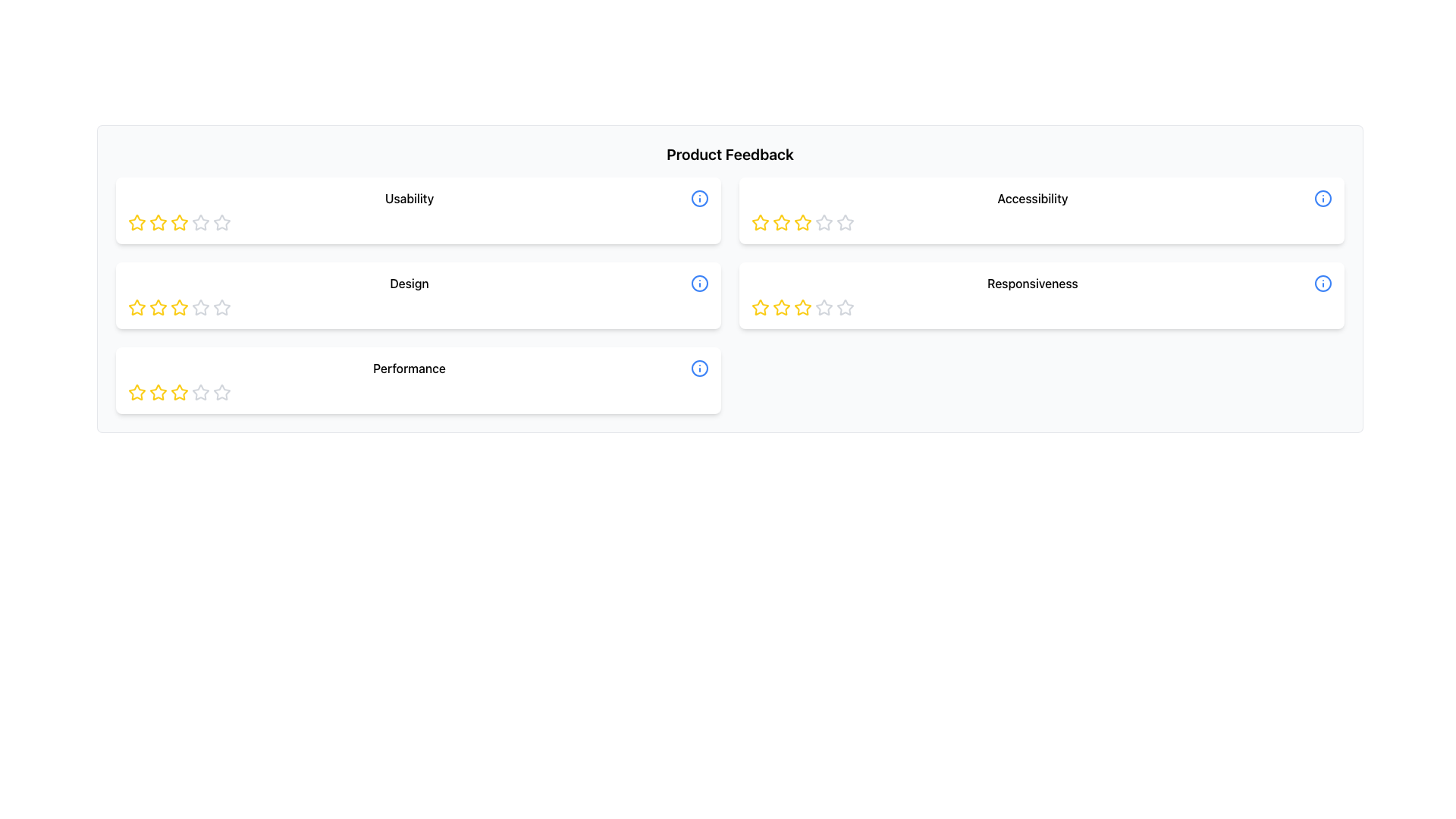  What do you see at coordinates (844, 307) in the screenshot?
I see `the fourth rating star icon` at bounding box center [844, 307].